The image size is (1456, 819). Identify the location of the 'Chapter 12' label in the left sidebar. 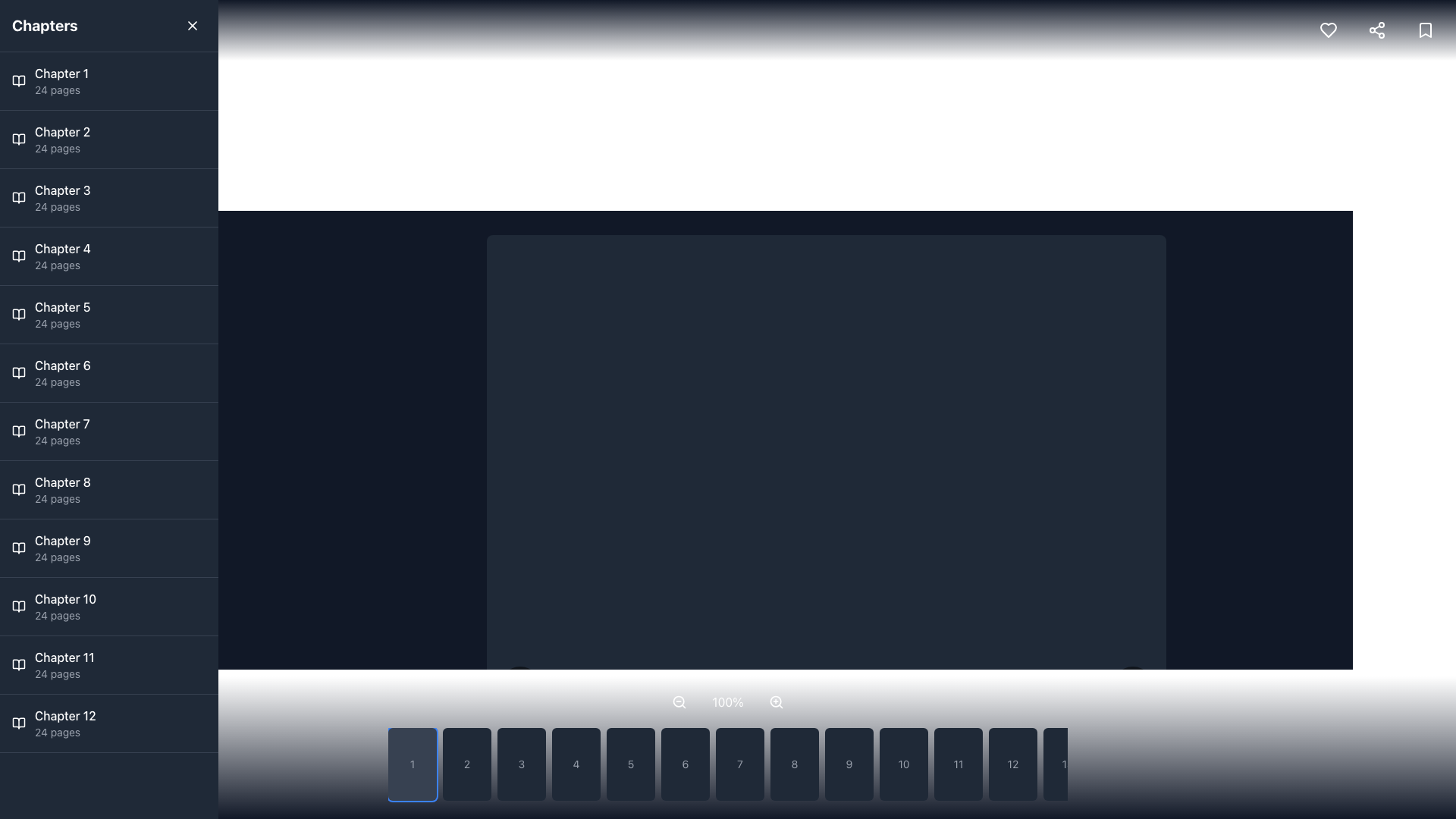
(64, 716).